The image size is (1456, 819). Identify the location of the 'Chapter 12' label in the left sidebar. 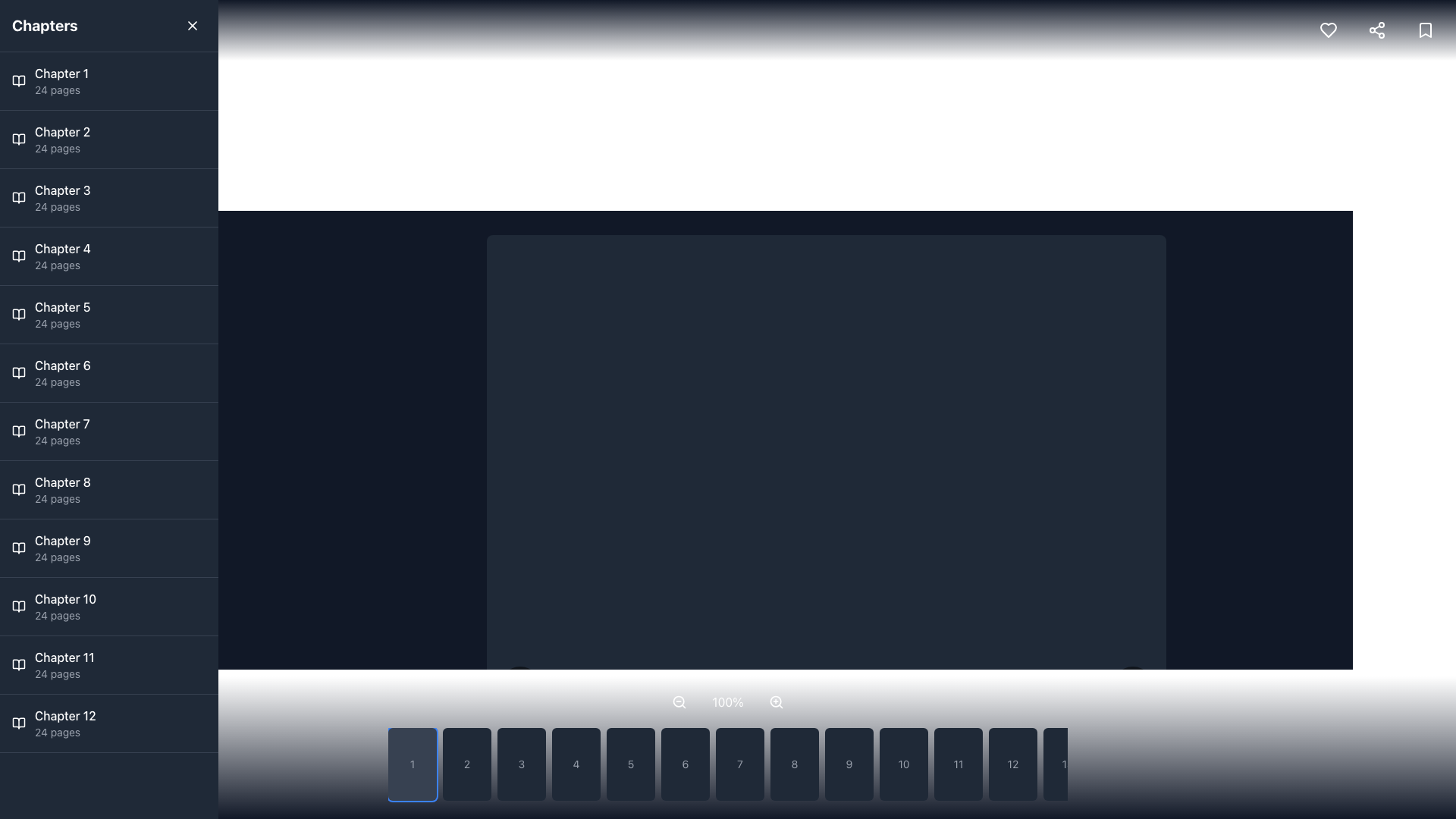
(64, 716).